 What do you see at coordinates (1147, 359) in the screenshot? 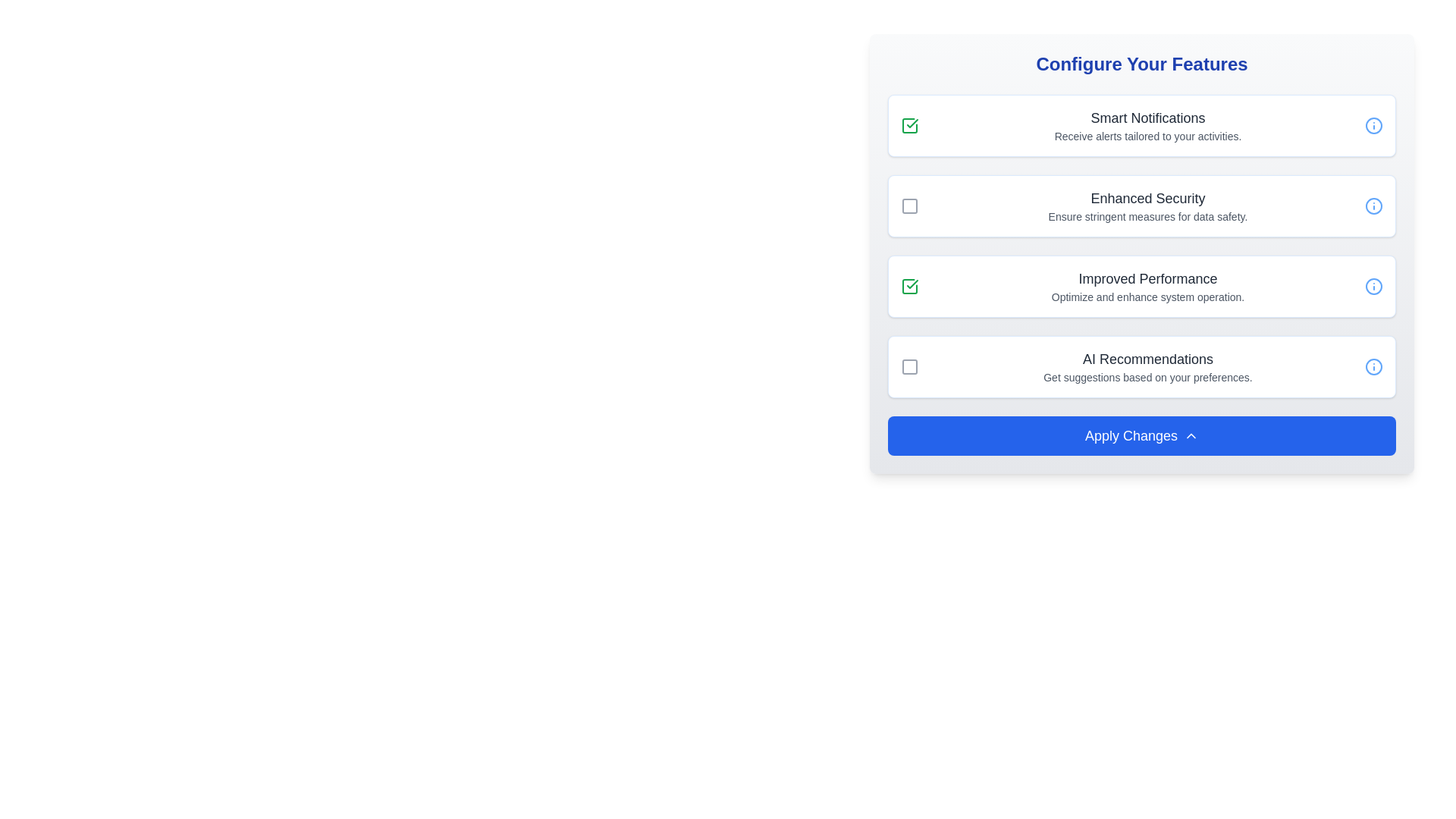
I see `the title text label of the fourth feature option in the 'Configure Your Features' panel, which provides an overview of personalized AI recommendations` at bounding box center [1147, 359].